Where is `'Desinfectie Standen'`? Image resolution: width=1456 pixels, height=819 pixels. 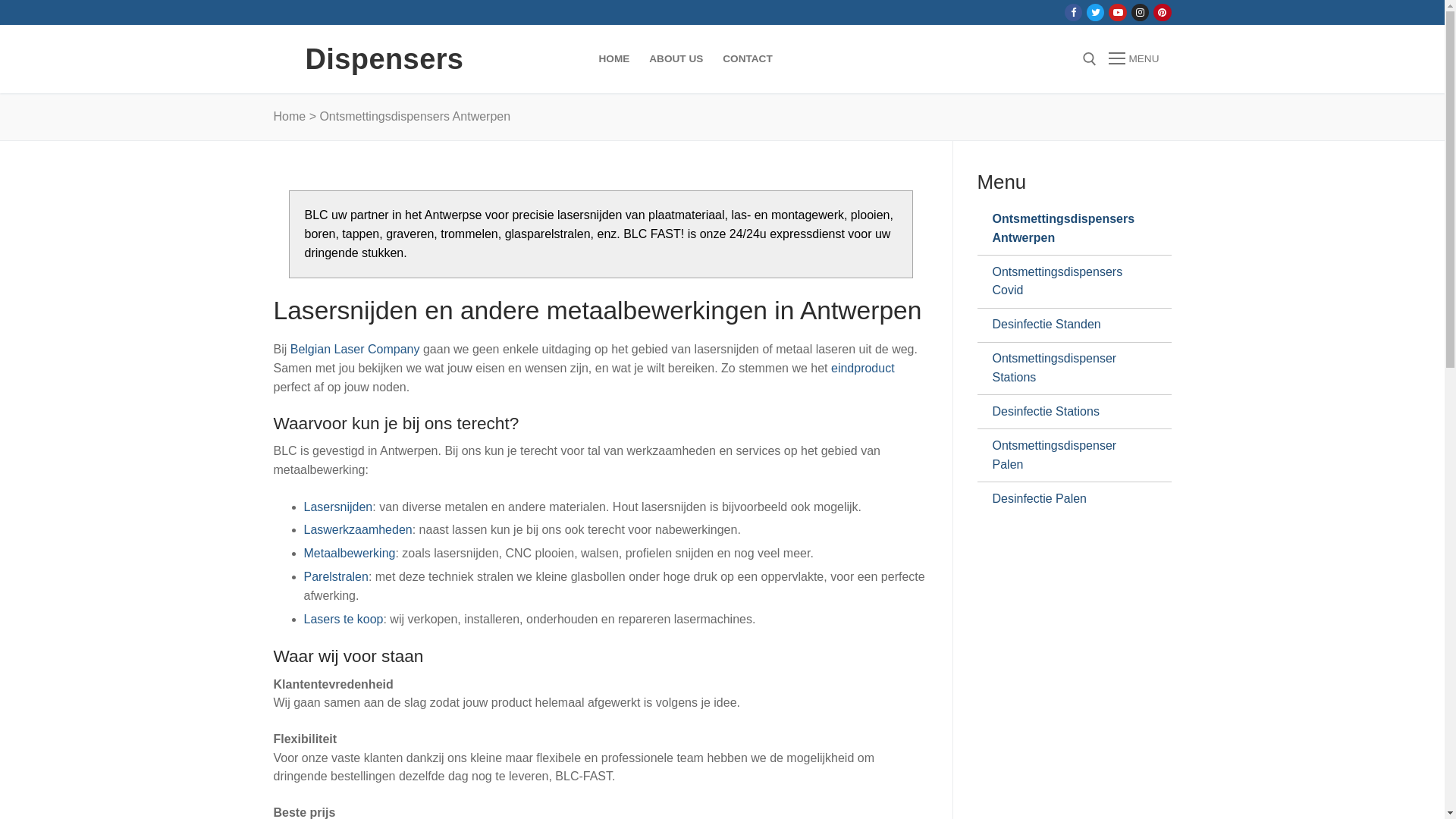 'Desinfectie Standen' is located at coordinates (1066, 324).